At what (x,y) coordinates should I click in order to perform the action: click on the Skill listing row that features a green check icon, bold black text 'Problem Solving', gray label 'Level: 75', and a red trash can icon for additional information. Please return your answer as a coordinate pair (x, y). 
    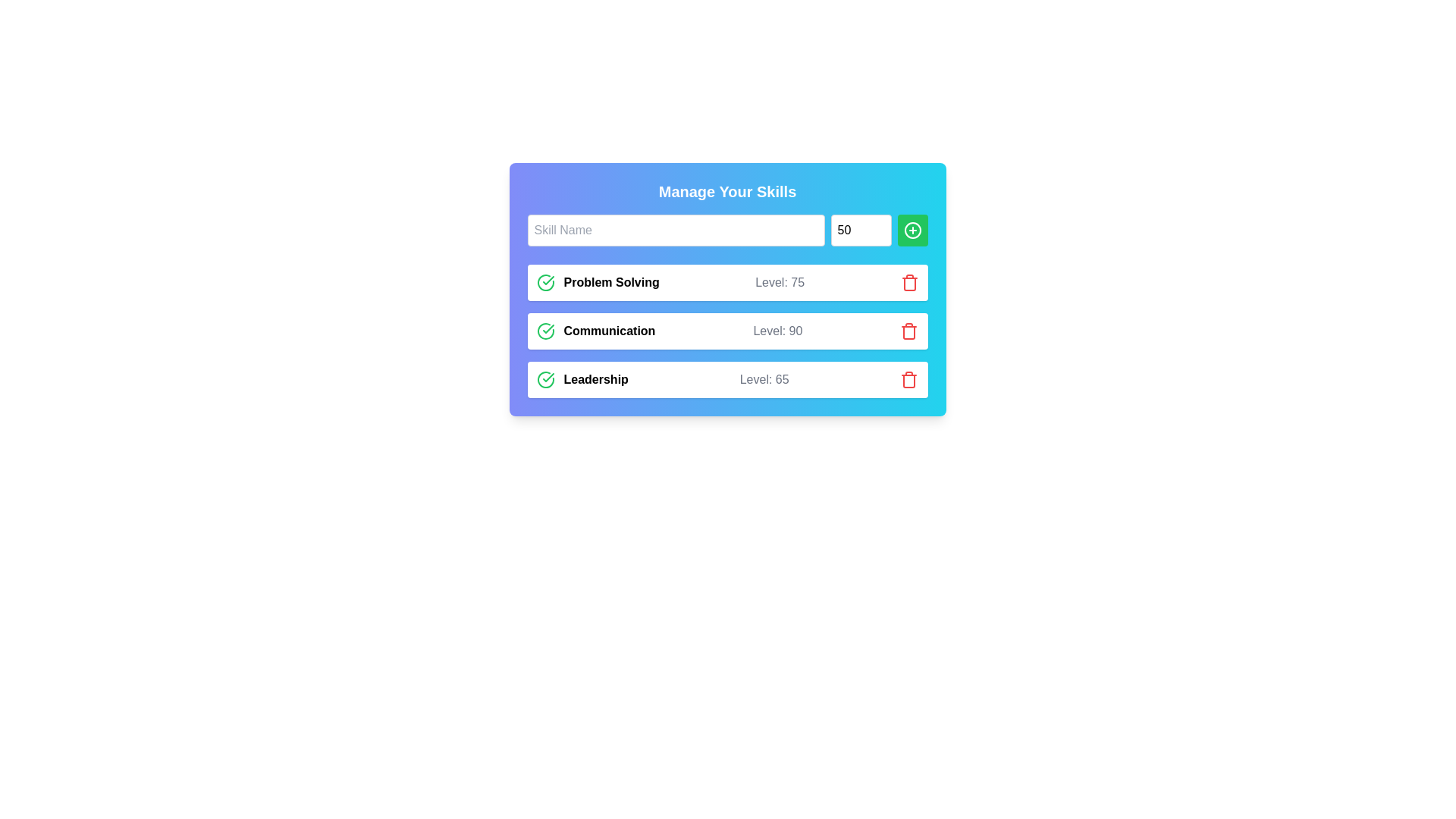
    Looking at the image, I should click on (726, 283).